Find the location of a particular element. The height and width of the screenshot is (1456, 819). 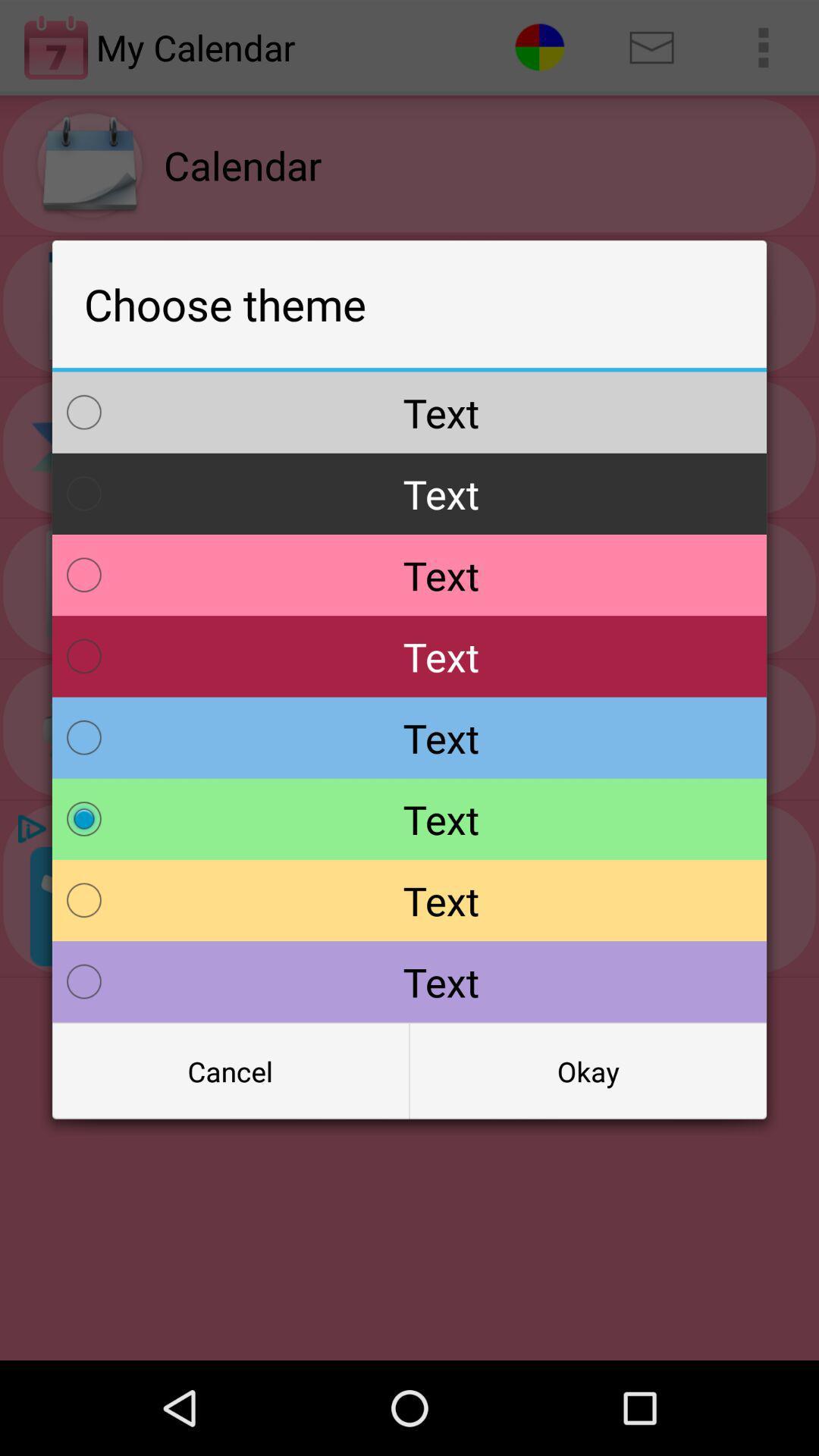

cancel is located at coordinates (231, 1070).